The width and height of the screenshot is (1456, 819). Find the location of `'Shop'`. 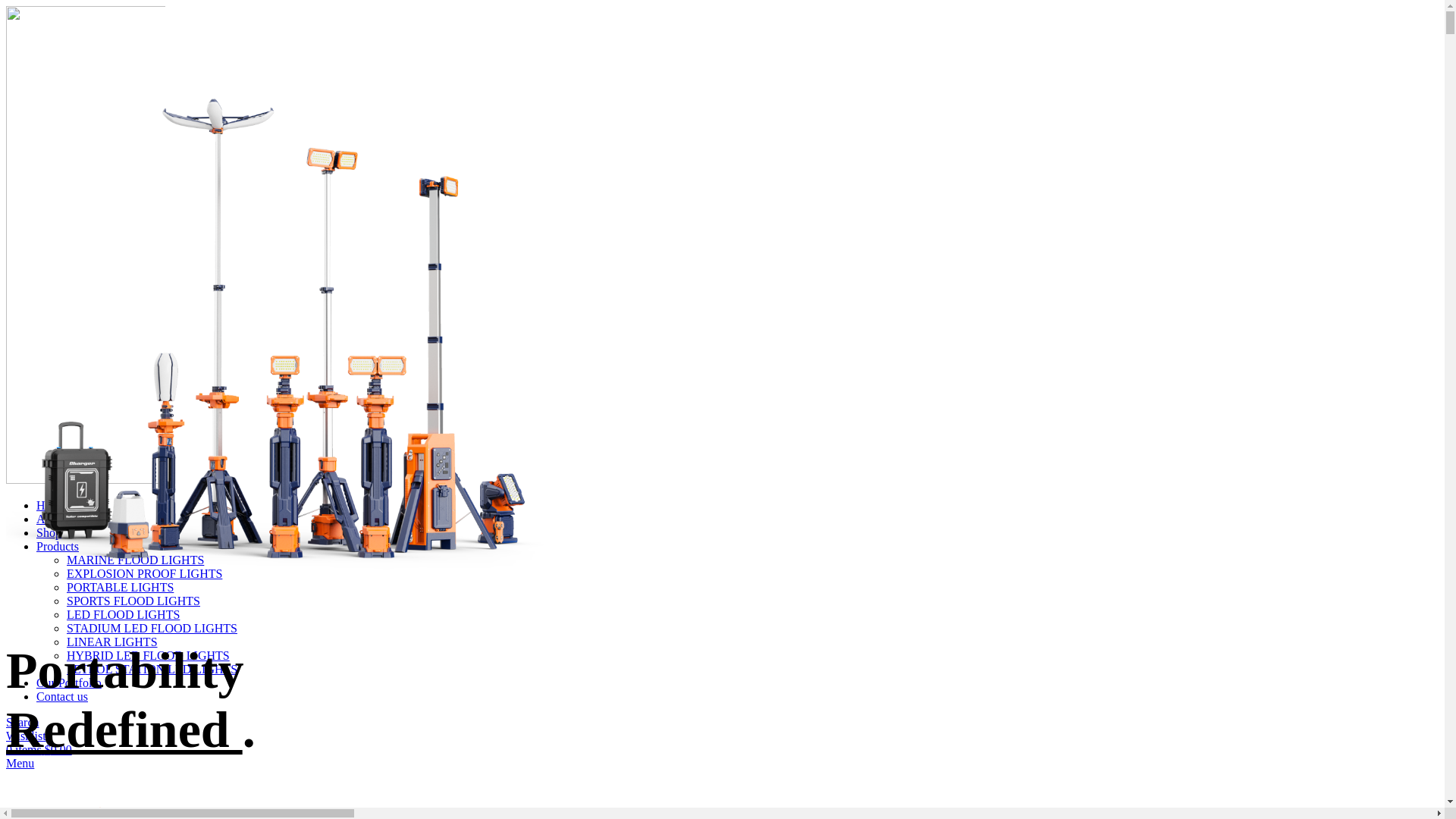

'Shop' is located at coordinates (49, 532).